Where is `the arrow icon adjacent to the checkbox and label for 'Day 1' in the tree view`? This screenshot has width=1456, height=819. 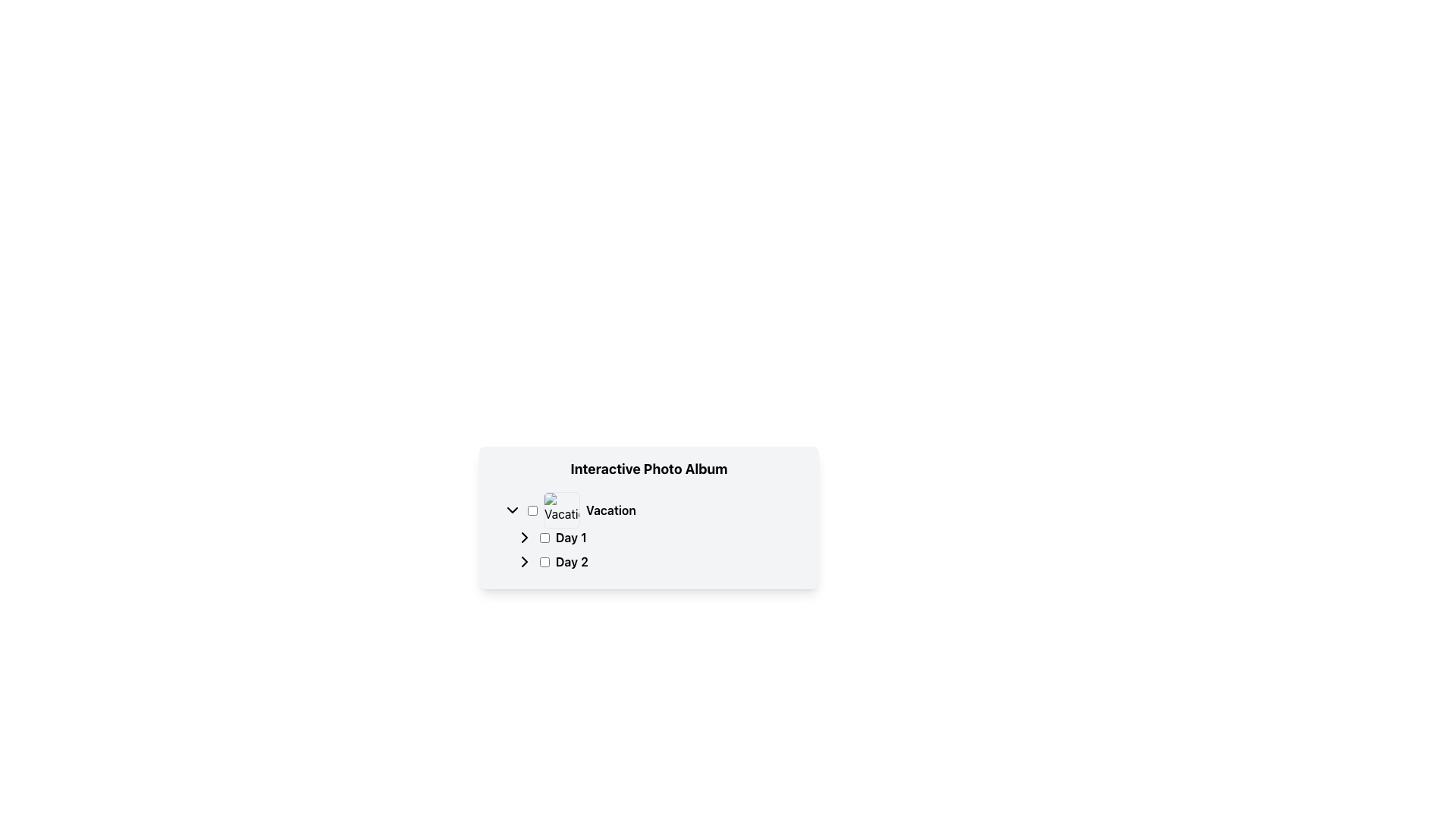
the arrow icon adjacent to the checkbox and label for 'Day 1' in the tree view is located at coordinates (524, 537).